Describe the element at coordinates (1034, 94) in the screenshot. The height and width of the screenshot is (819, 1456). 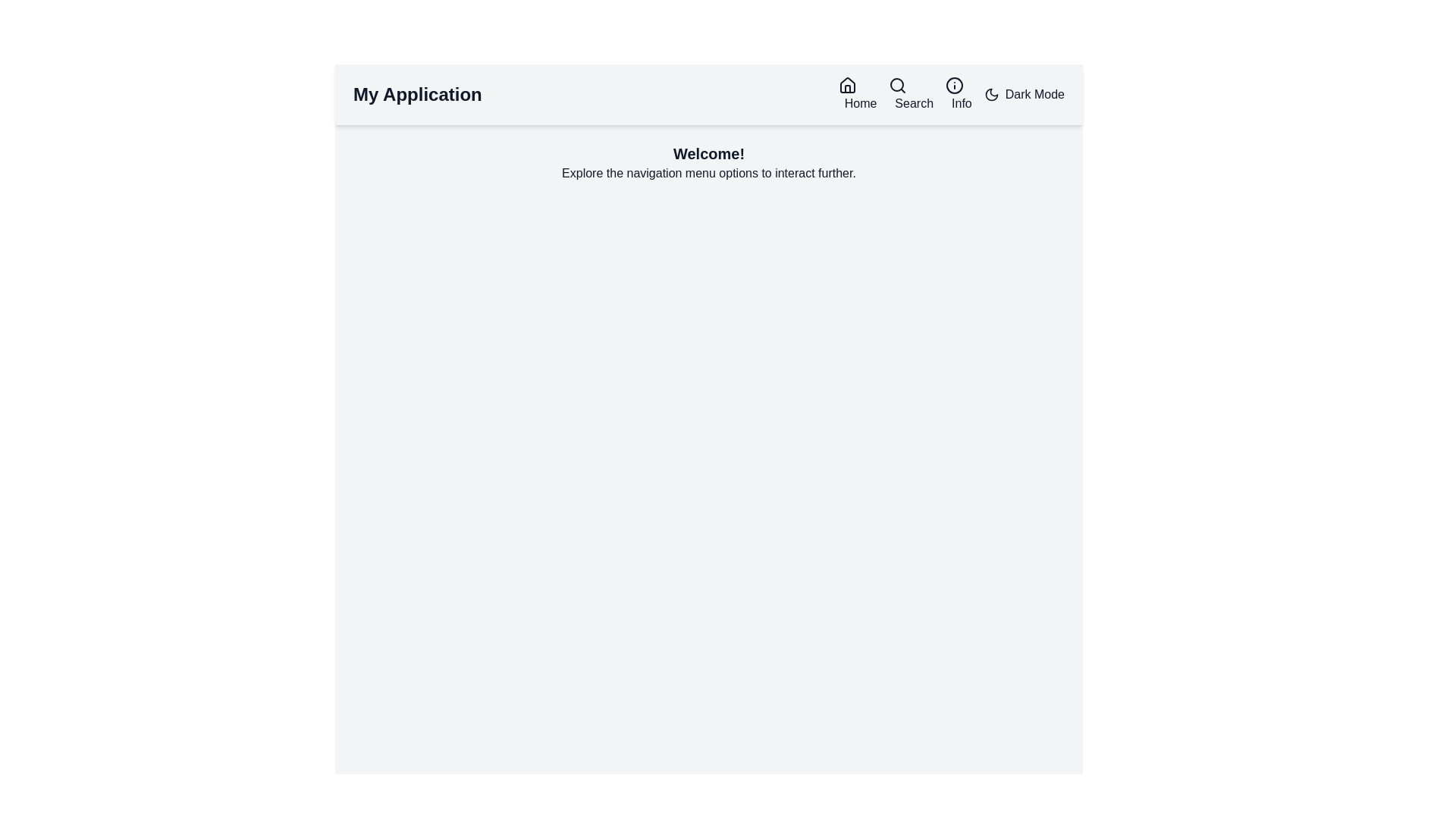
I see `the 'Dark Mode' text label located at the far right of the navigation bar, adjacent to the moon icon` at that location.